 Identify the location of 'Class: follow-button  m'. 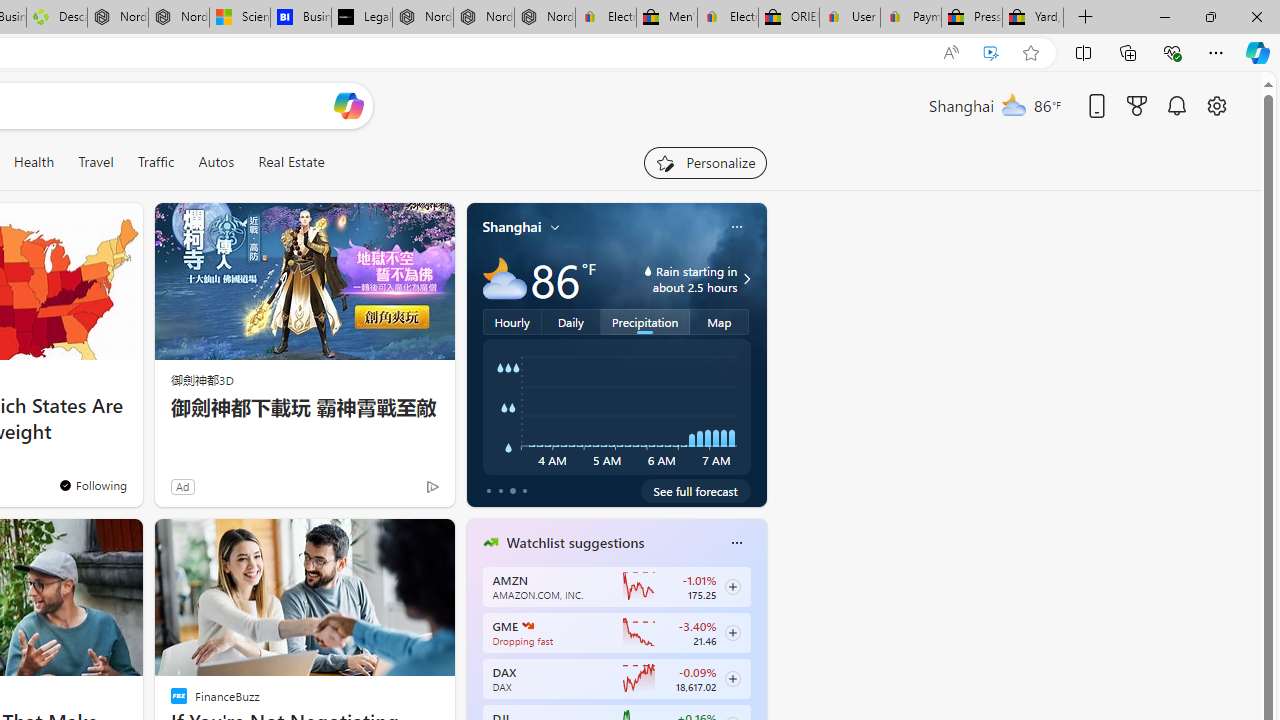
(731, 677).